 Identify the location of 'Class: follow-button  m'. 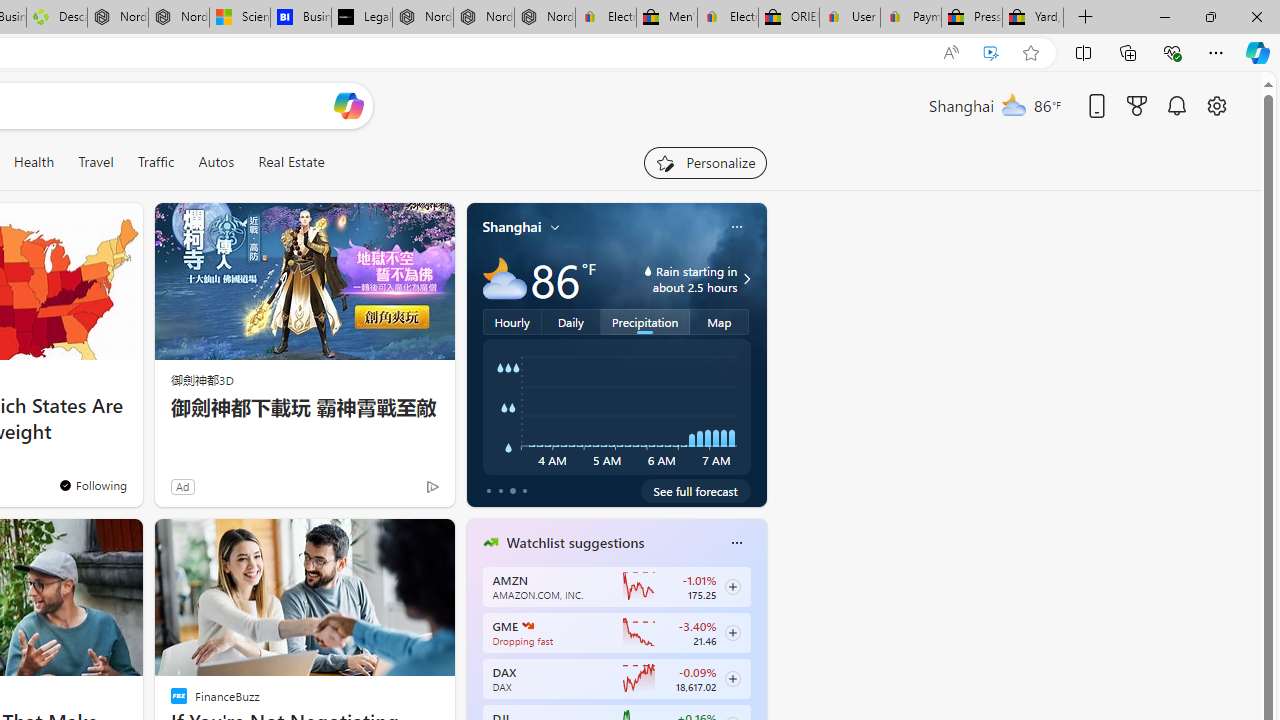
(731, 677).